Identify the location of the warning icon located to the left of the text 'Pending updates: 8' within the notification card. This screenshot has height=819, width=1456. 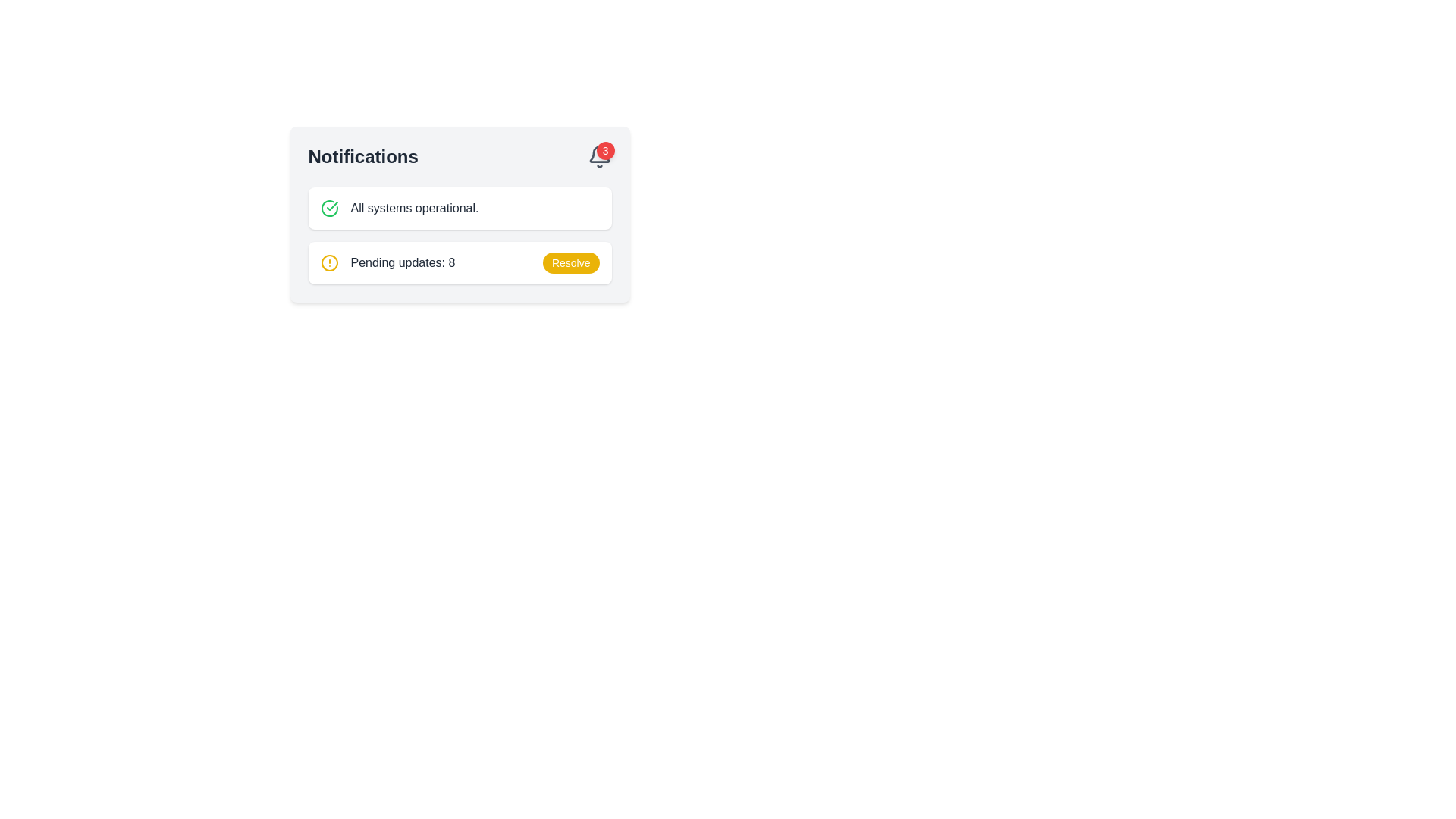
(328, 262).